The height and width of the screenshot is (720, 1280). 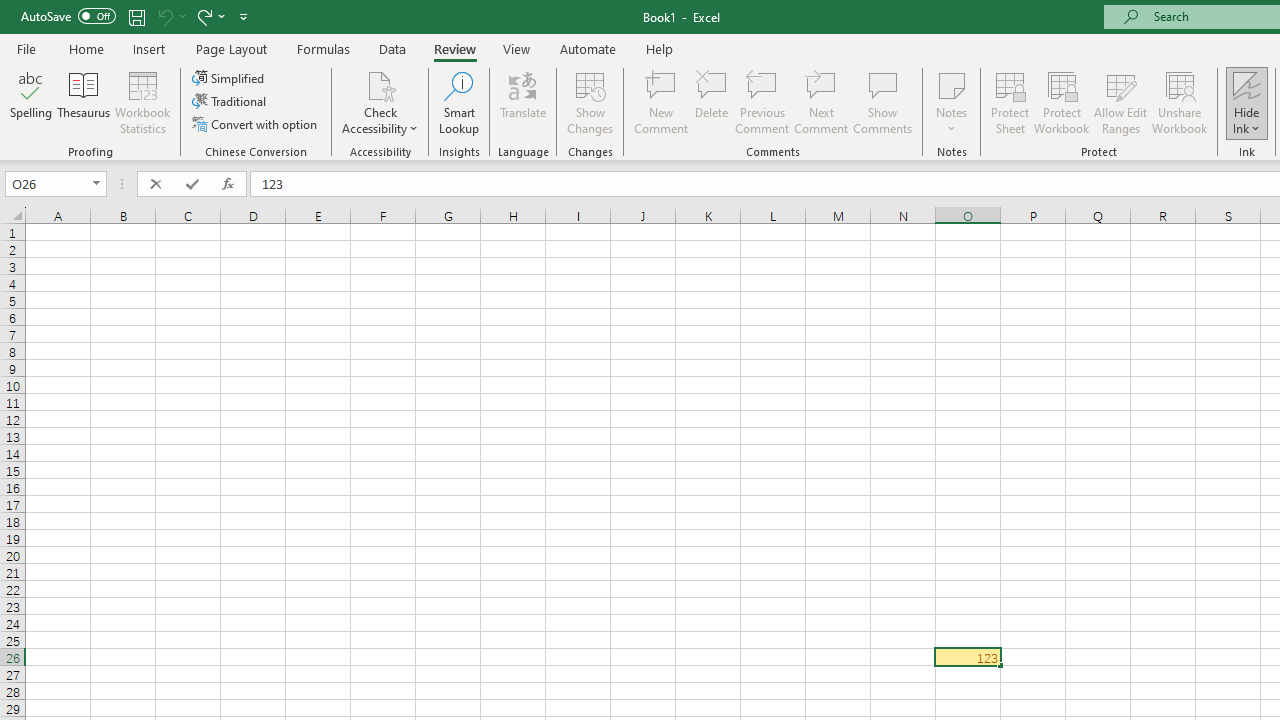 I want to click on 'More Options', so click(x=1246, y=121).